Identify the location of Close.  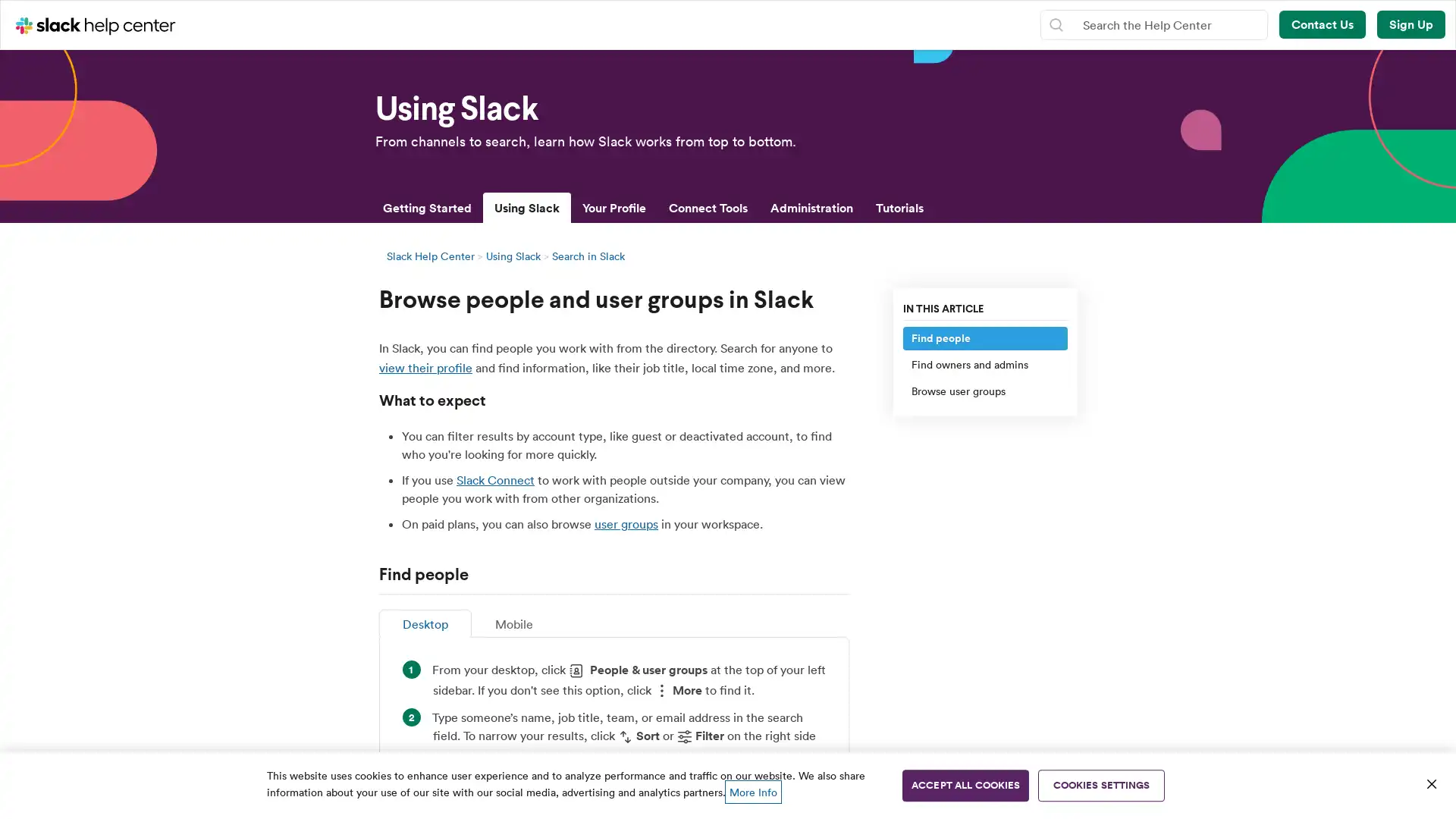
(1430, 783).